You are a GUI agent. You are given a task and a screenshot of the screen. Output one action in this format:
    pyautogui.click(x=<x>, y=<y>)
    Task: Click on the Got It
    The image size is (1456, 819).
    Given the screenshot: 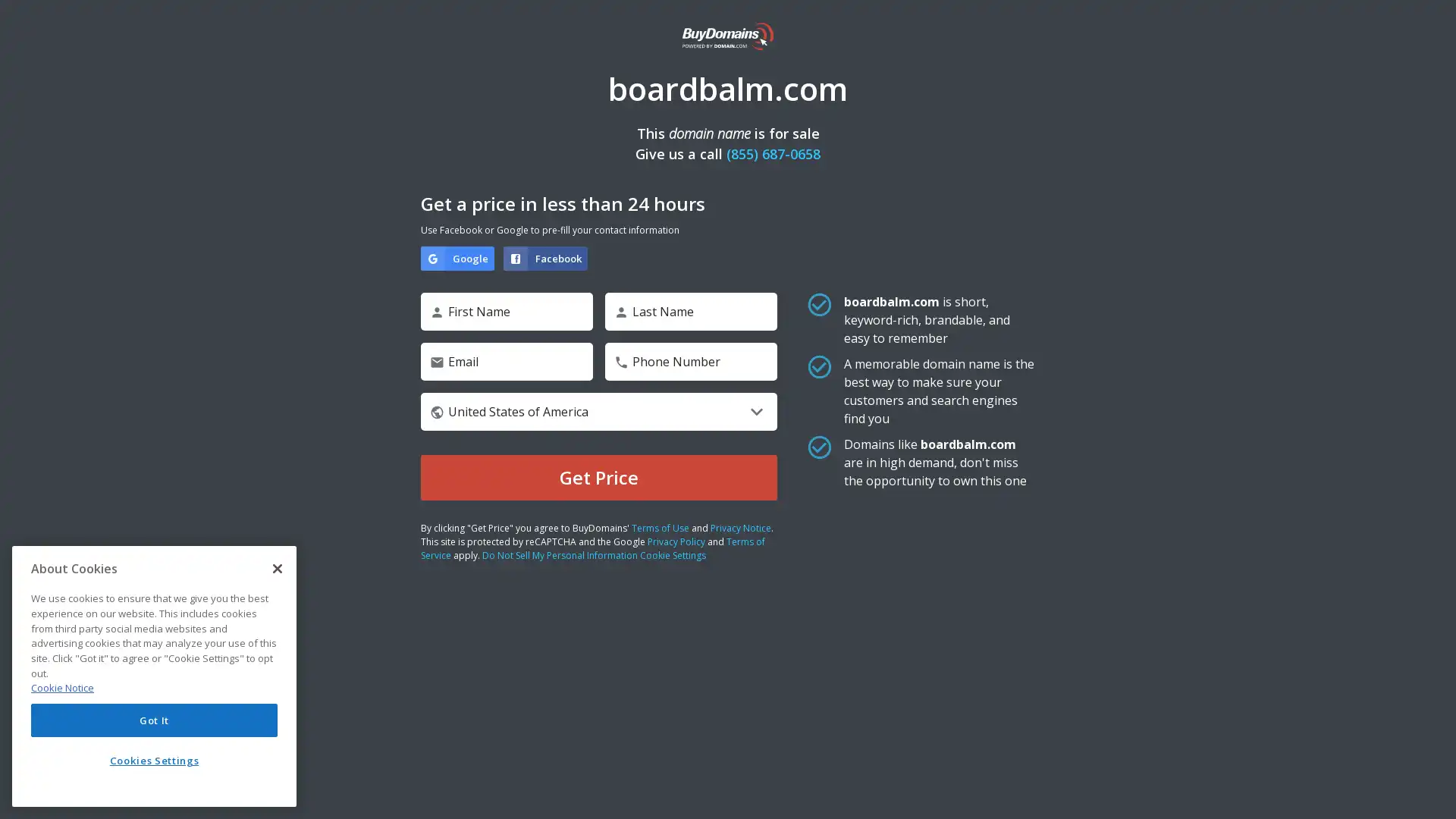 What is the action you would take?
    pyautogui.click(x=154, y=719)
    